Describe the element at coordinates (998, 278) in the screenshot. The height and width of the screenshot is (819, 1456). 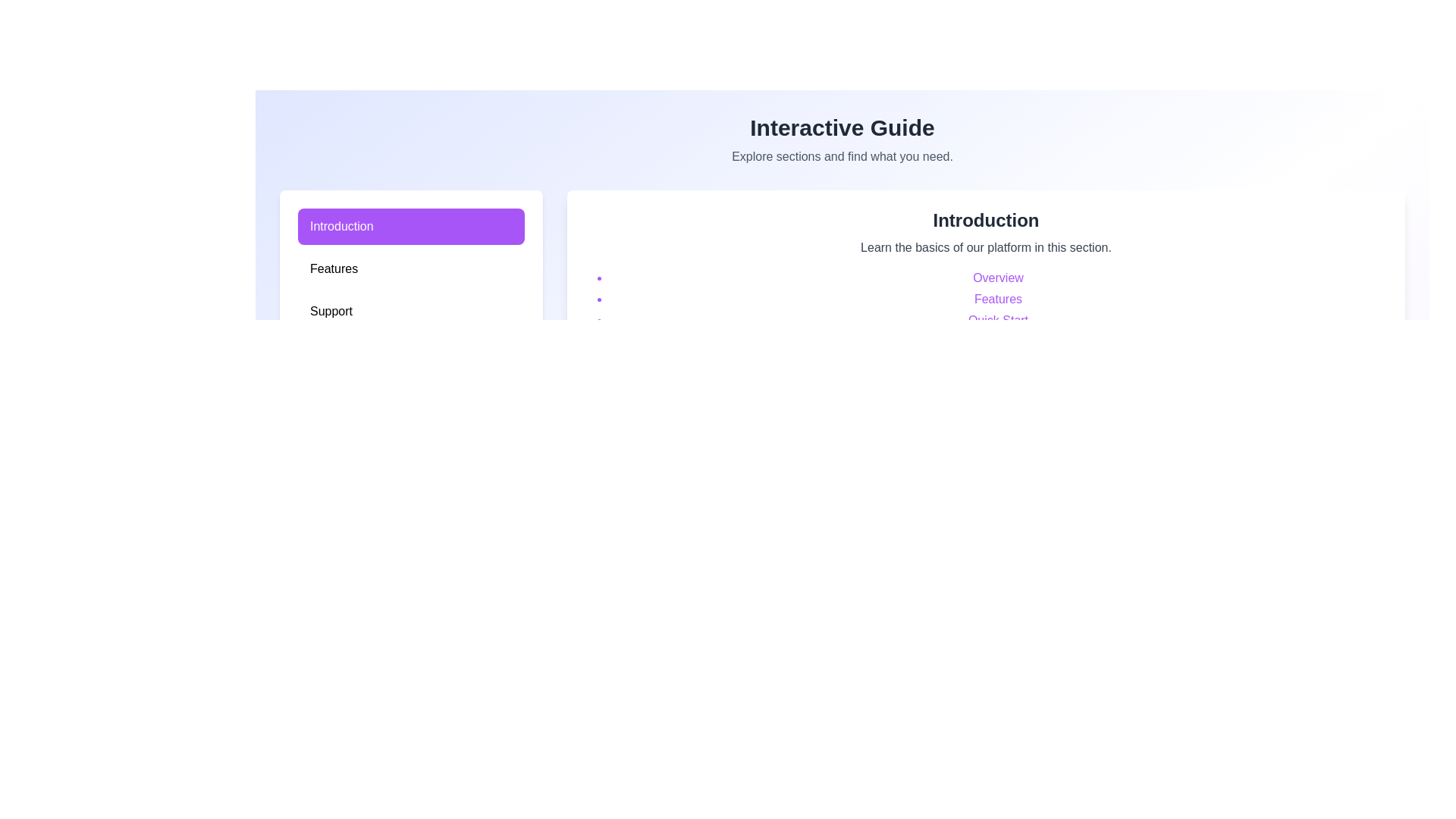
I see `the 'Overview' text label element, which is styled in purple and is the first item in a vertical list under the 'Introduction' heading` at that location.